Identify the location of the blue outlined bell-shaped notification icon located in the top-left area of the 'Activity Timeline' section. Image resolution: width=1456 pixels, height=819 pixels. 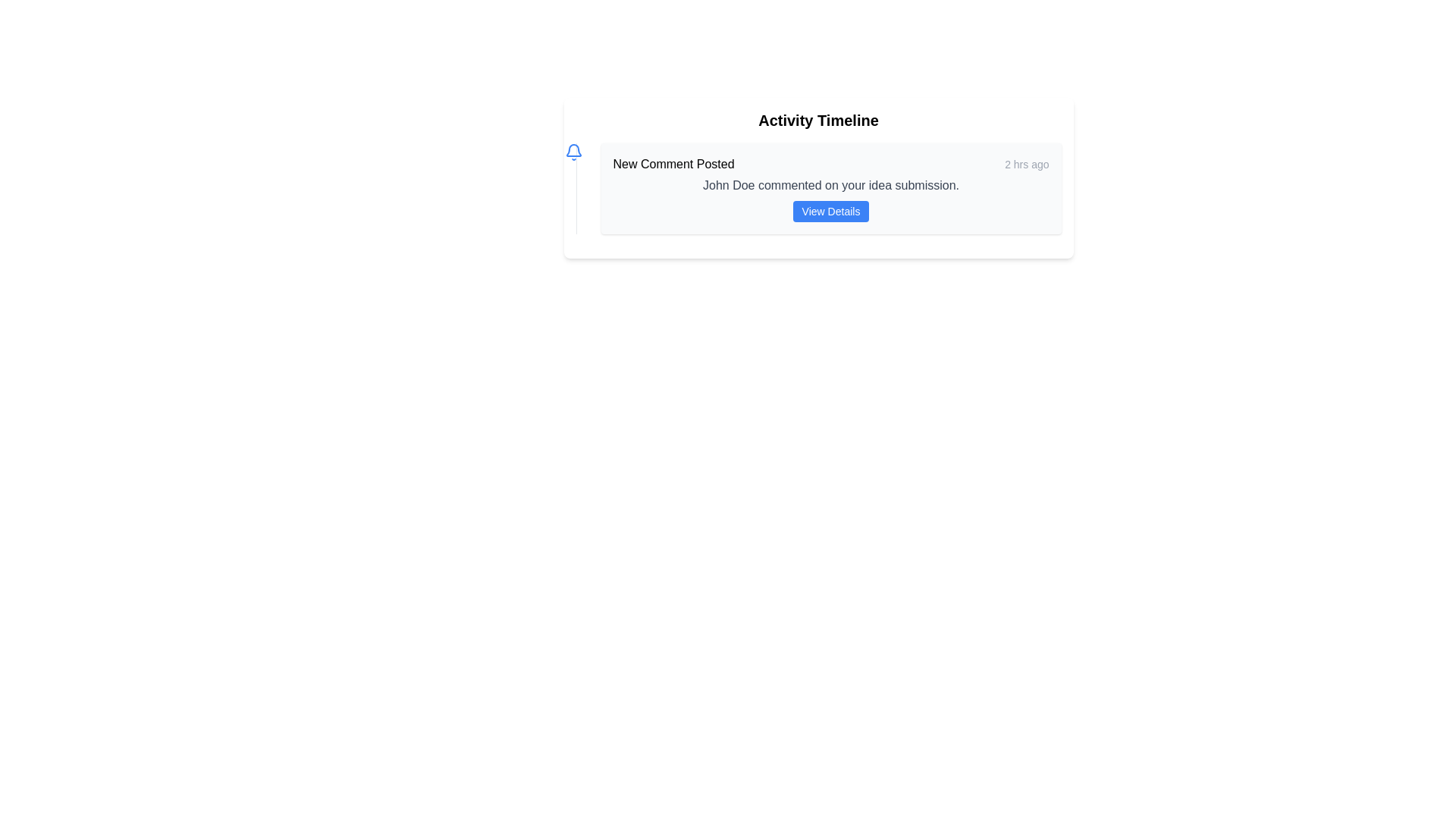
(573, 150).